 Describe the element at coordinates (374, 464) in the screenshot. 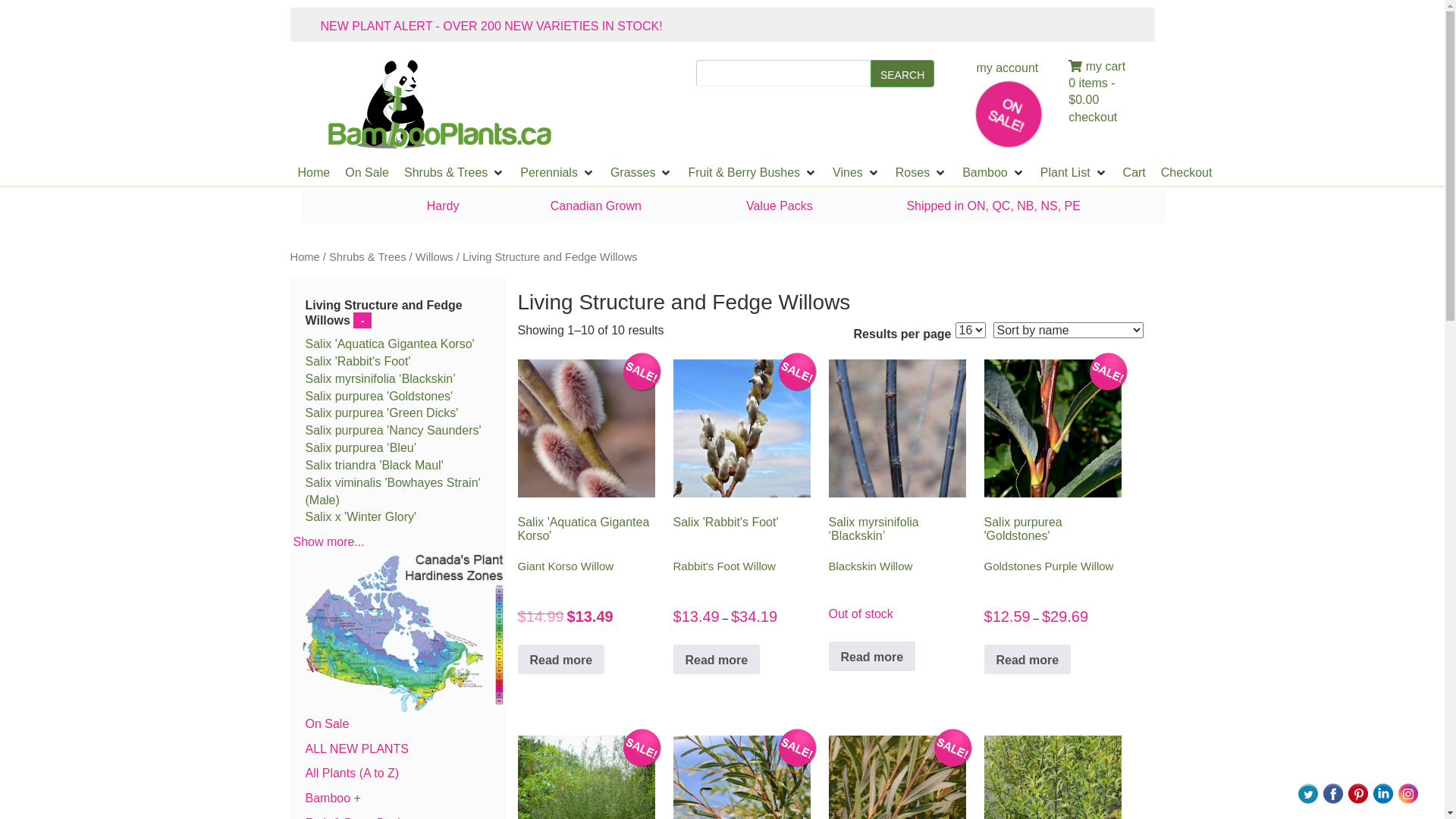

I see `'Salix triandra 'Black Maul''` at that location.